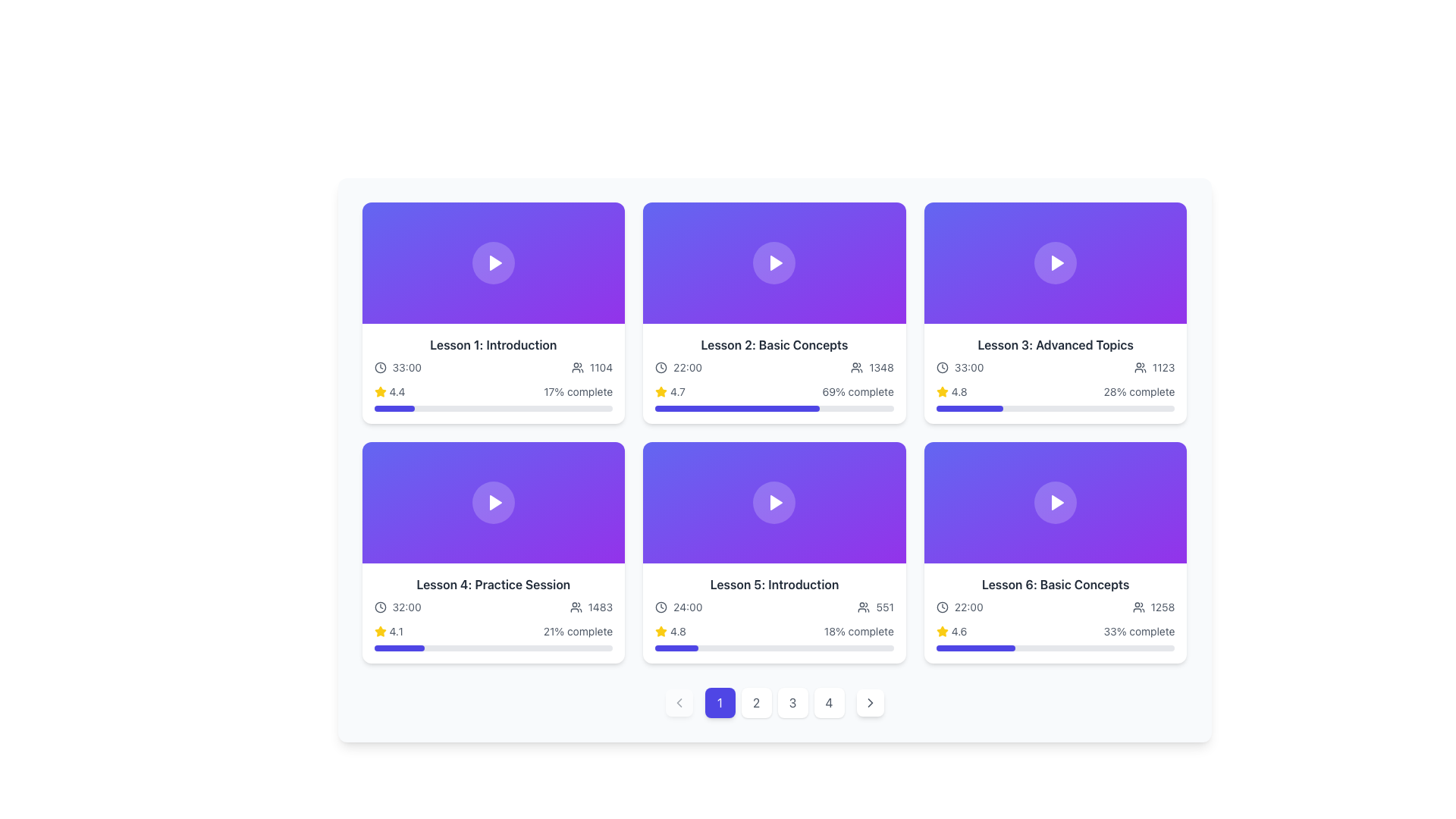 The width and height of the screenshot is (1456, 819). I want to click on the text label displaying '22:00', which is styled with a dark font color against a white background and positioned to the right of a clock icon in the layout below 'Lesson 2: Basic Concepts', so click(687, 368).